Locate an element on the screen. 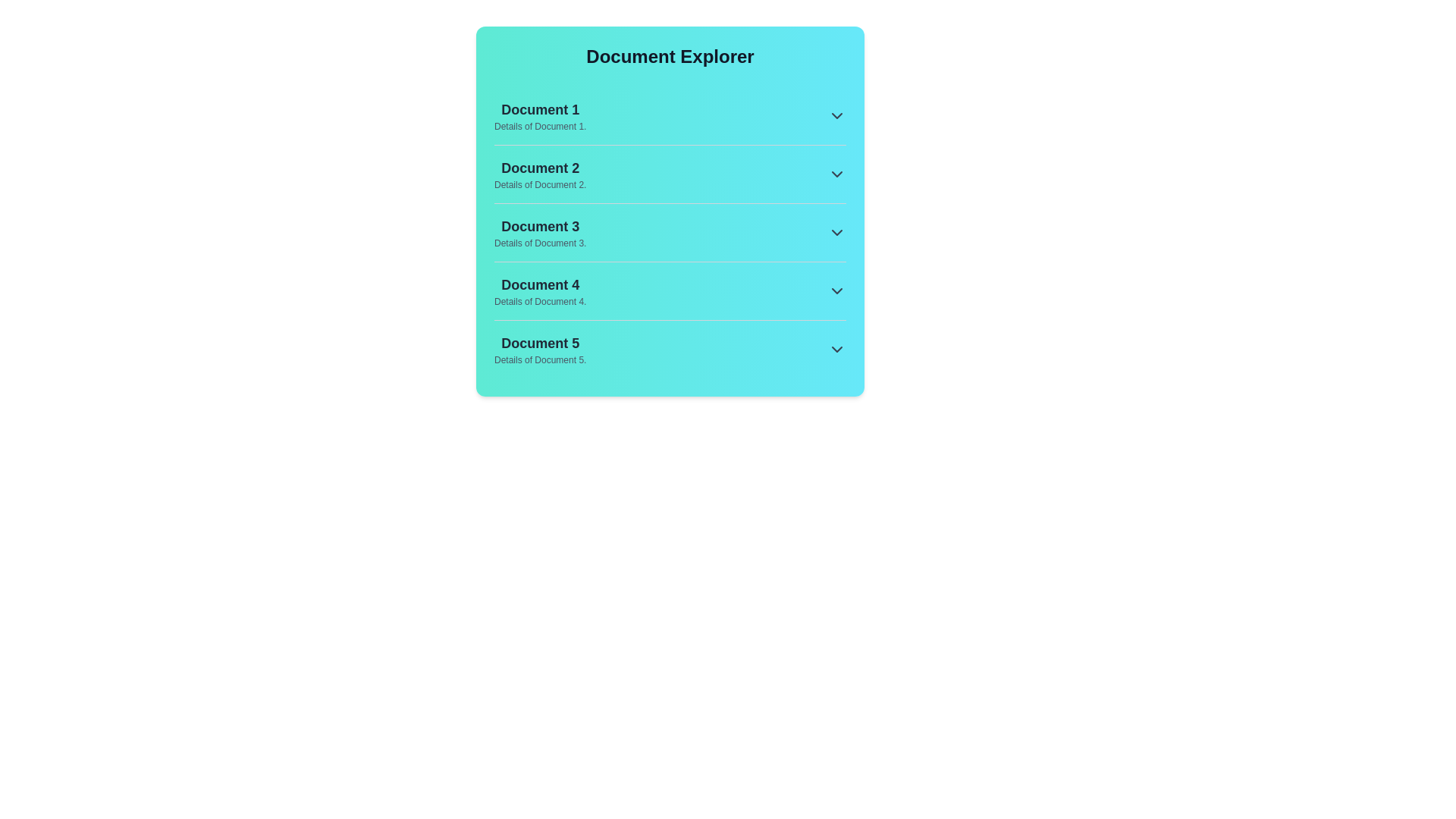 This screenshot has width=1456, height=819. the title and description of document 2 is located at coordinates (540, 168).